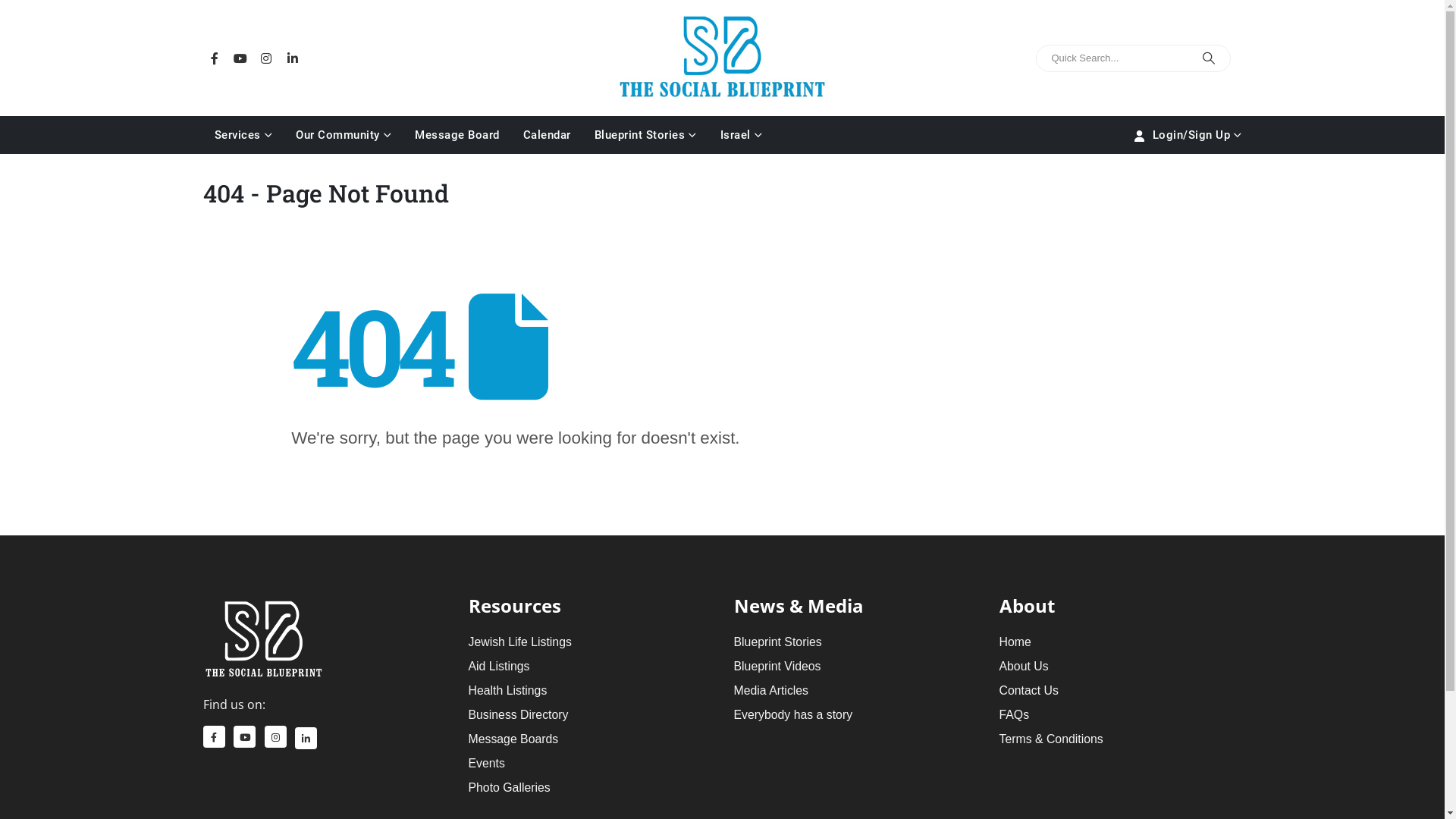 This screenshot has width=1456, height=819. What do you see at coordinates (243, 133) in the screenshot?
I see `'Services'` at bounding box center [243, 133].